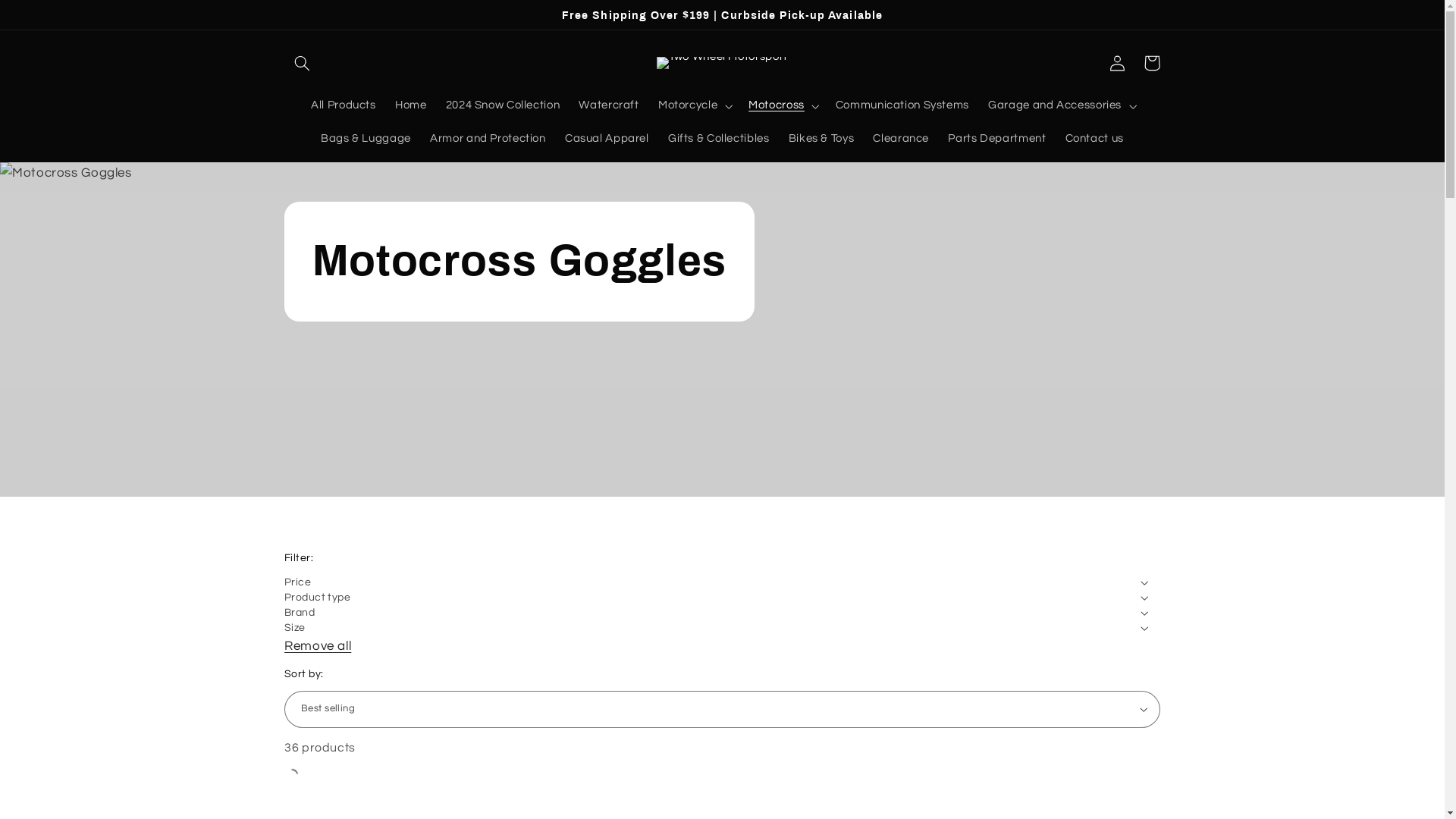 The width and height of the screenshot is (1456, 819). Describe the element at coordinates (419, 140) in the screenshot. I see `'Armor and Protection'` at that location.